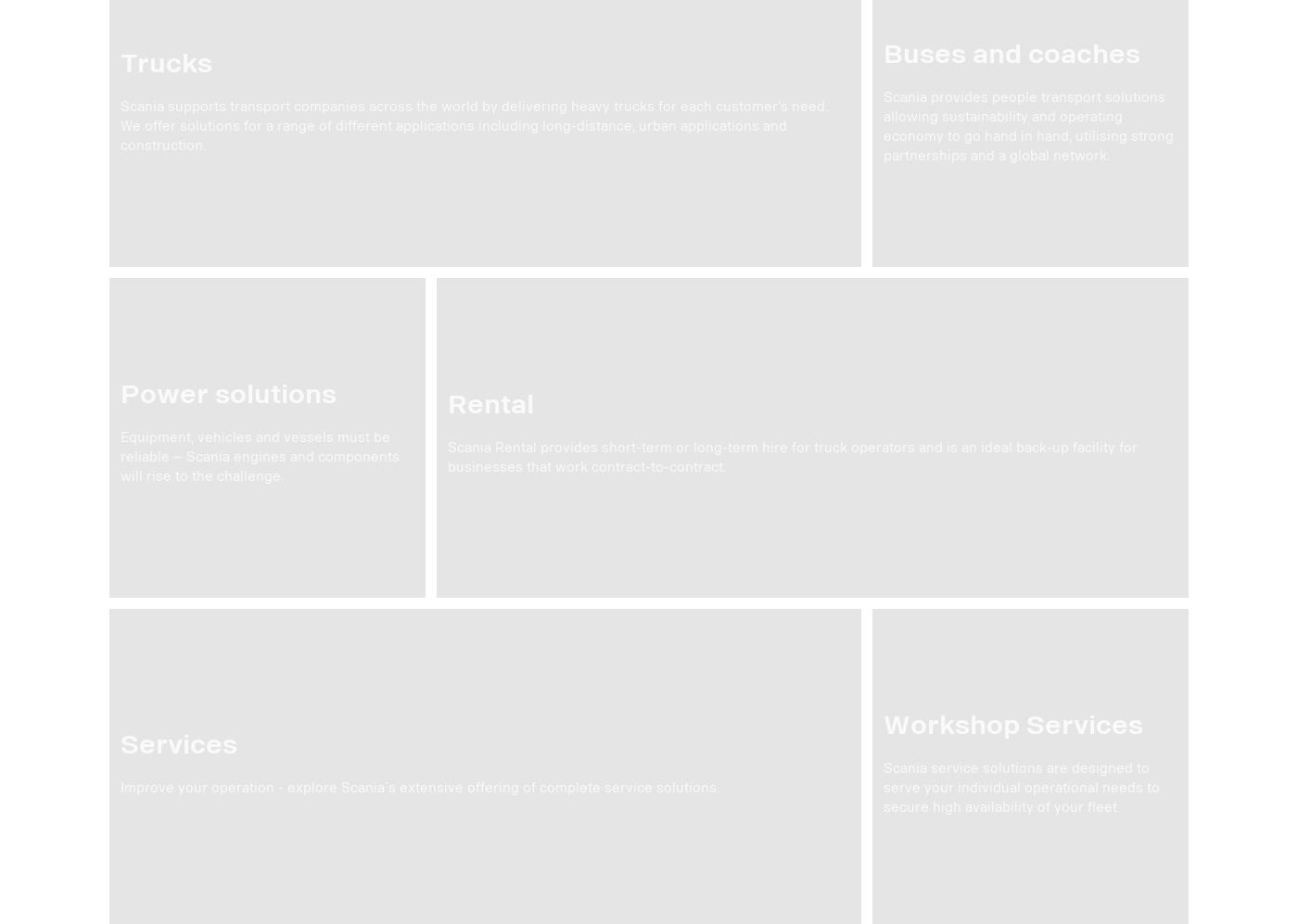  I want to click on 'Buses and coaches', so click(1012, 52).